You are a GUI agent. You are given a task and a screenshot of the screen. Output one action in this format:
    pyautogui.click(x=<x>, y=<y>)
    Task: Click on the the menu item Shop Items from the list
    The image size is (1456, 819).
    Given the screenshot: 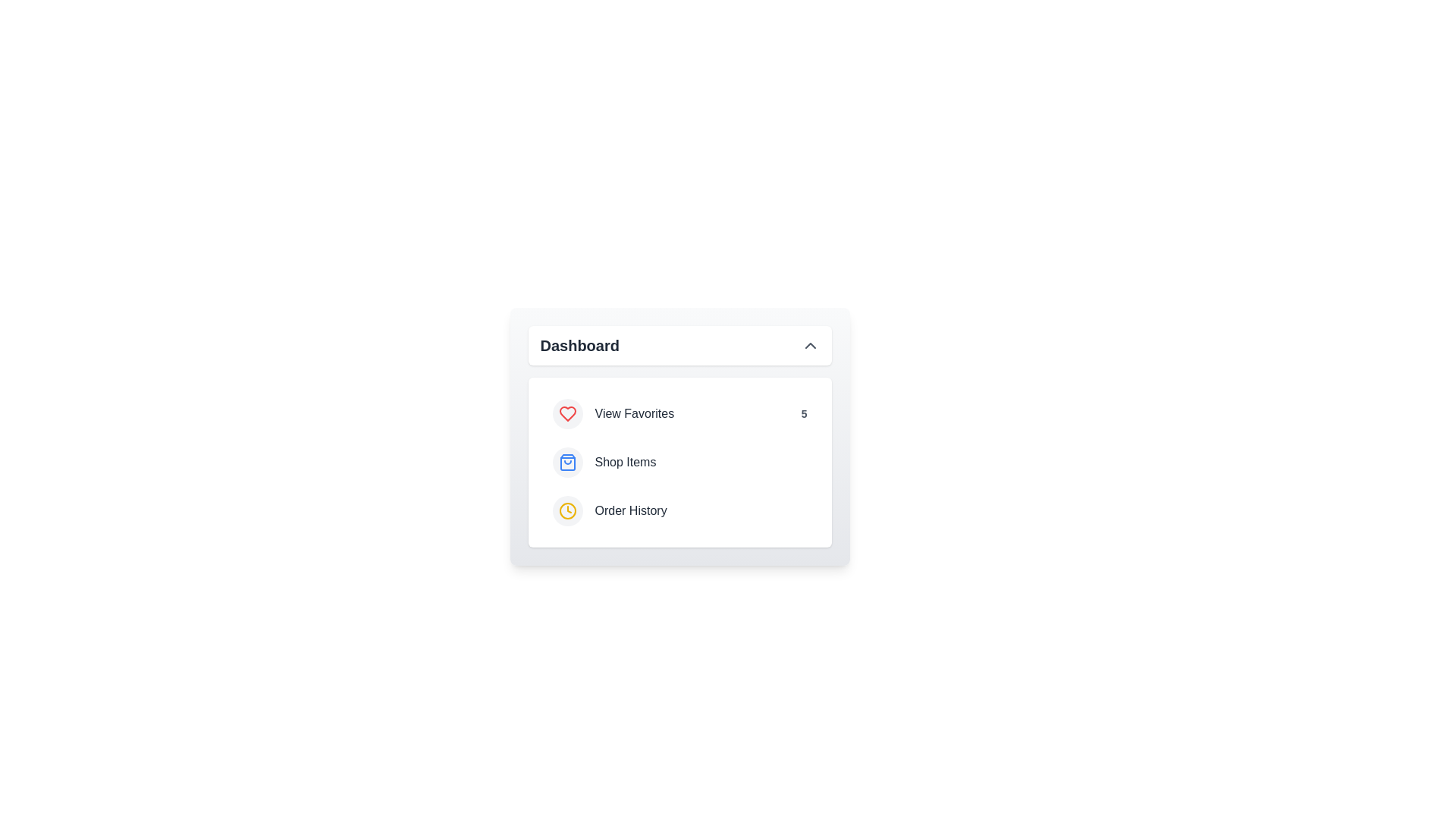 What is the action you would take?
    pyautogui.click(x=679, y=461)
    